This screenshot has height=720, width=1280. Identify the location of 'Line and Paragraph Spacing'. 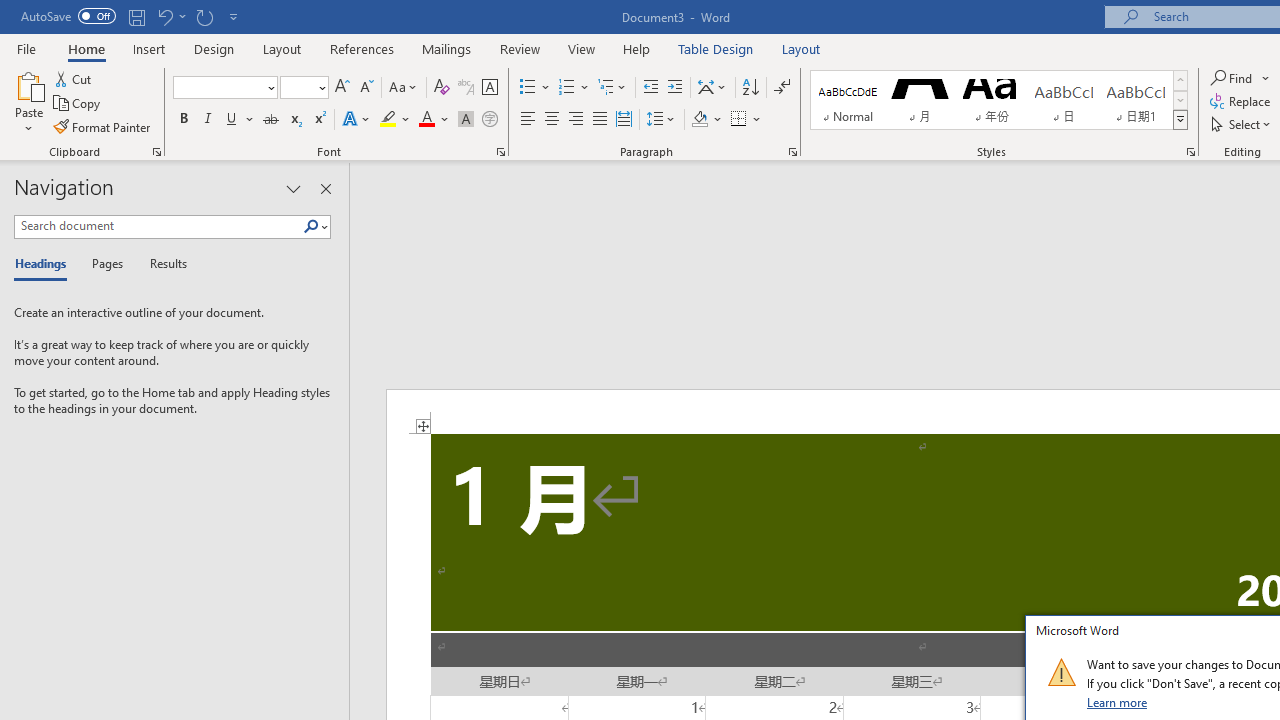
(661, 119).